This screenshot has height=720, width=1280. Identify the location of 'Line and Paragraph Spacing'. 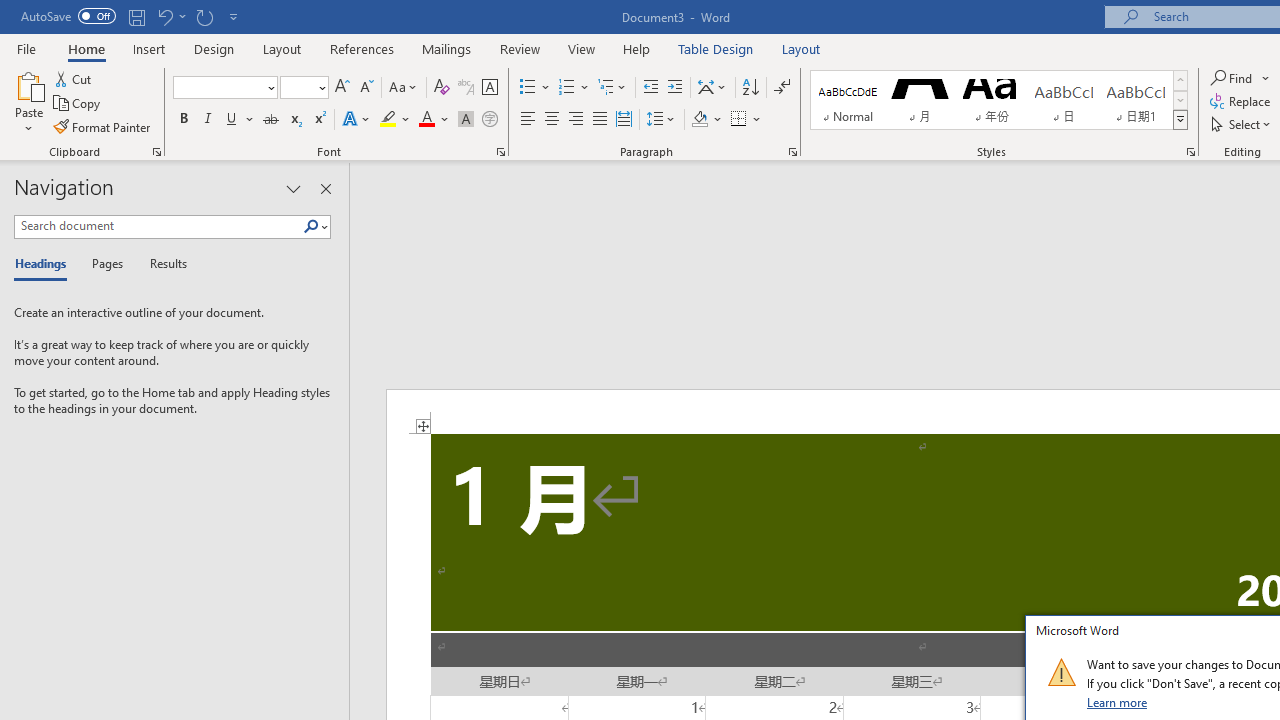
(661, 119).